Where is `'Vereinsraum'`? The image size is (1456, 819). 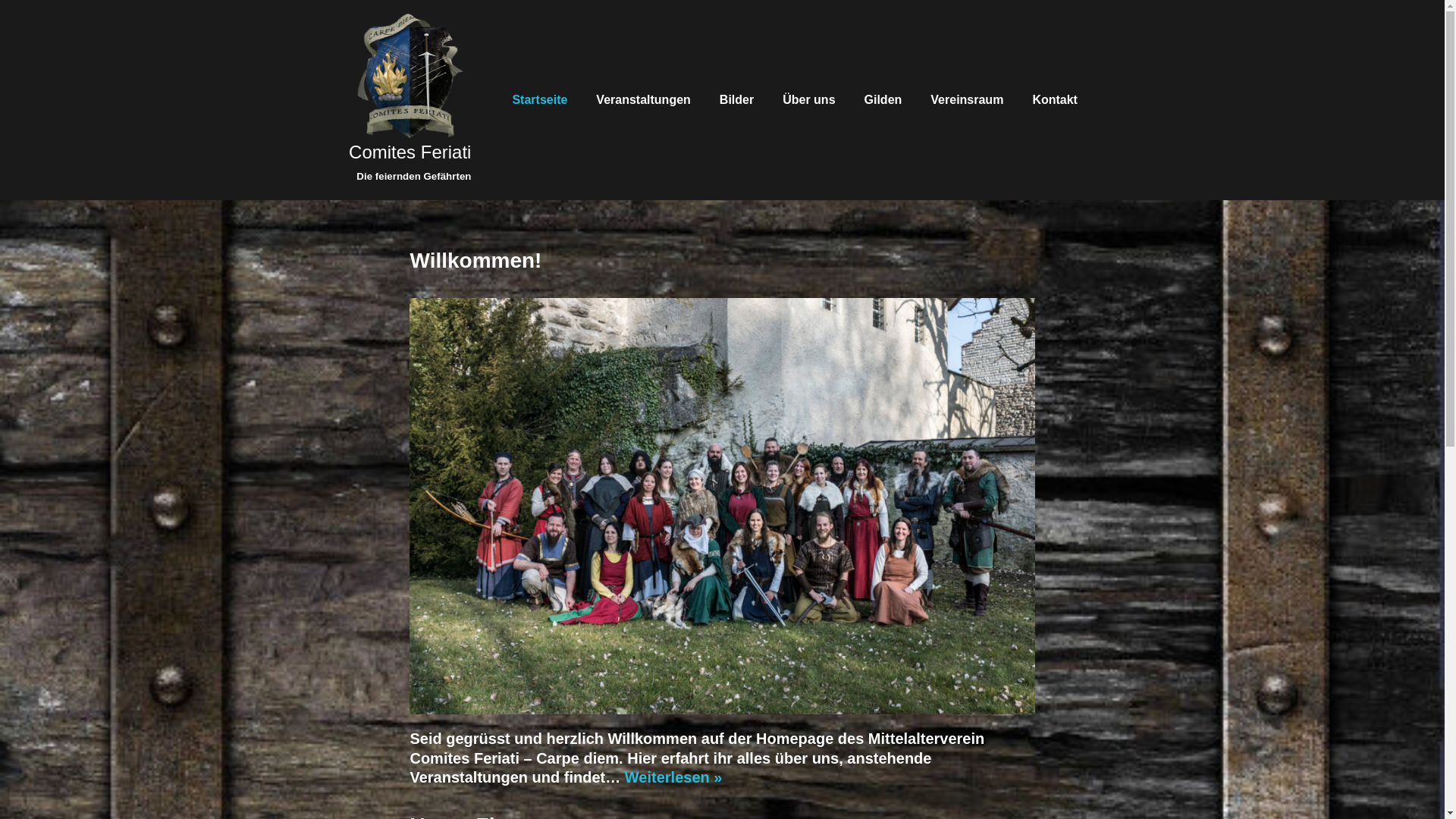 'Vereinsraum' is located at coordinates (966, 99).